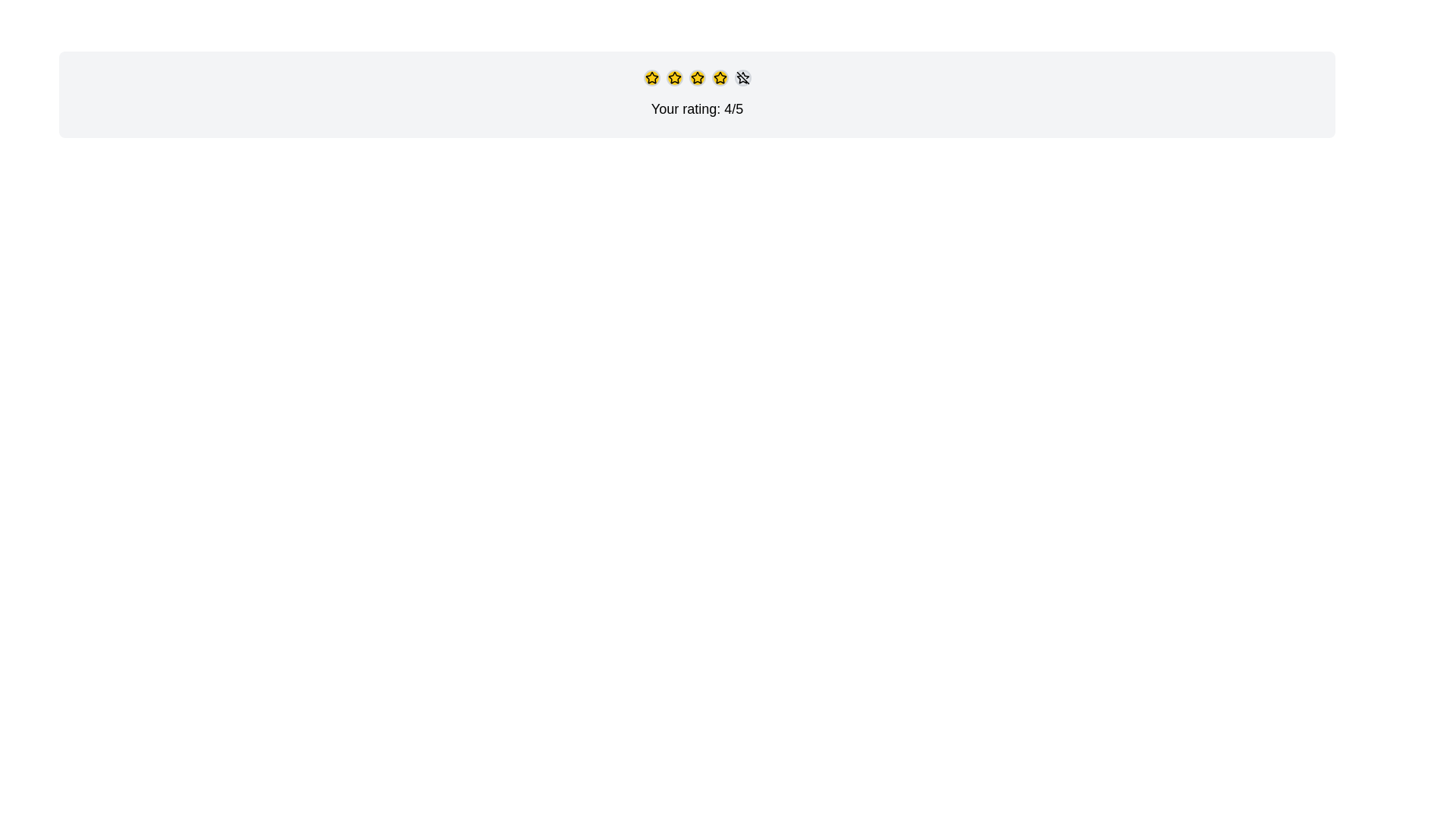 This screenshot has height=819, width=1456. Describe the element at coordinates (696, 78) in the screenshot. I see `the fourth yellow star icon in the rating sequence` at that location.